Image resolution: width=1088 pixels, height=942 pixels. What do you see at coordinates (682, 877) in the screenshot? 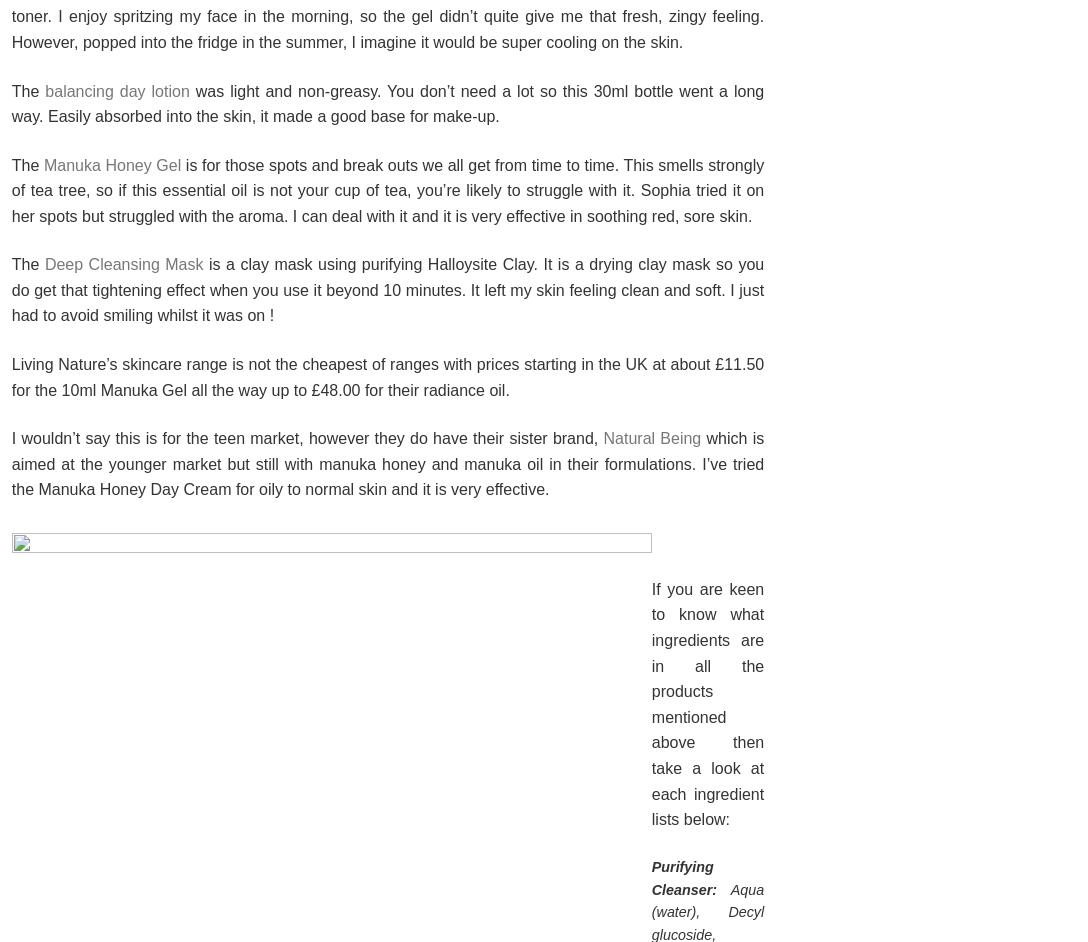
I see `'Purifying Cleanser:'` at bounding box center [682, 877].